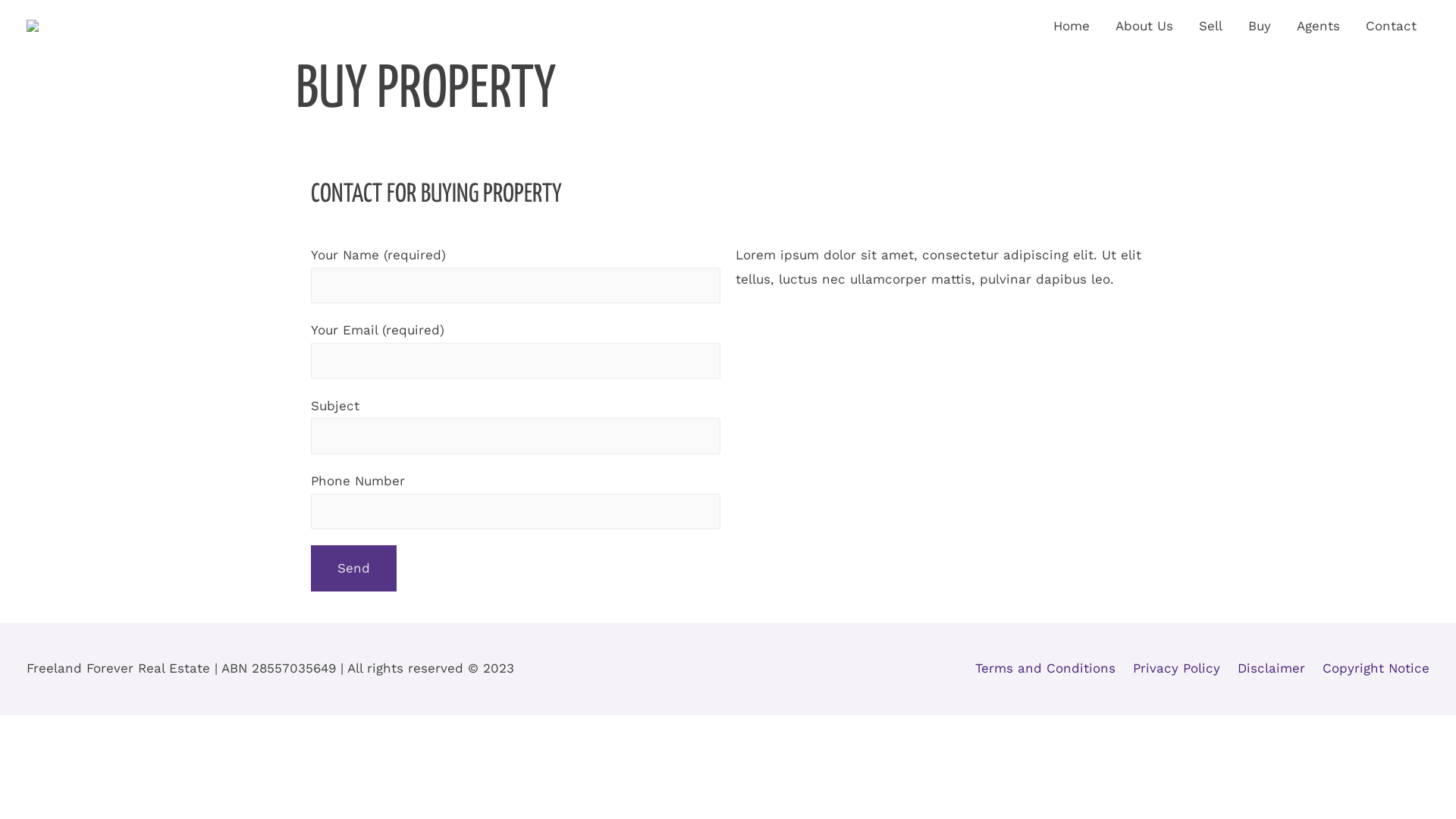 This screenshot has width=1456, height=819. What do you see at coordinates (1259, 26) in the screenshot?
I see `'Buy'` at bounding box center [1259, 26].